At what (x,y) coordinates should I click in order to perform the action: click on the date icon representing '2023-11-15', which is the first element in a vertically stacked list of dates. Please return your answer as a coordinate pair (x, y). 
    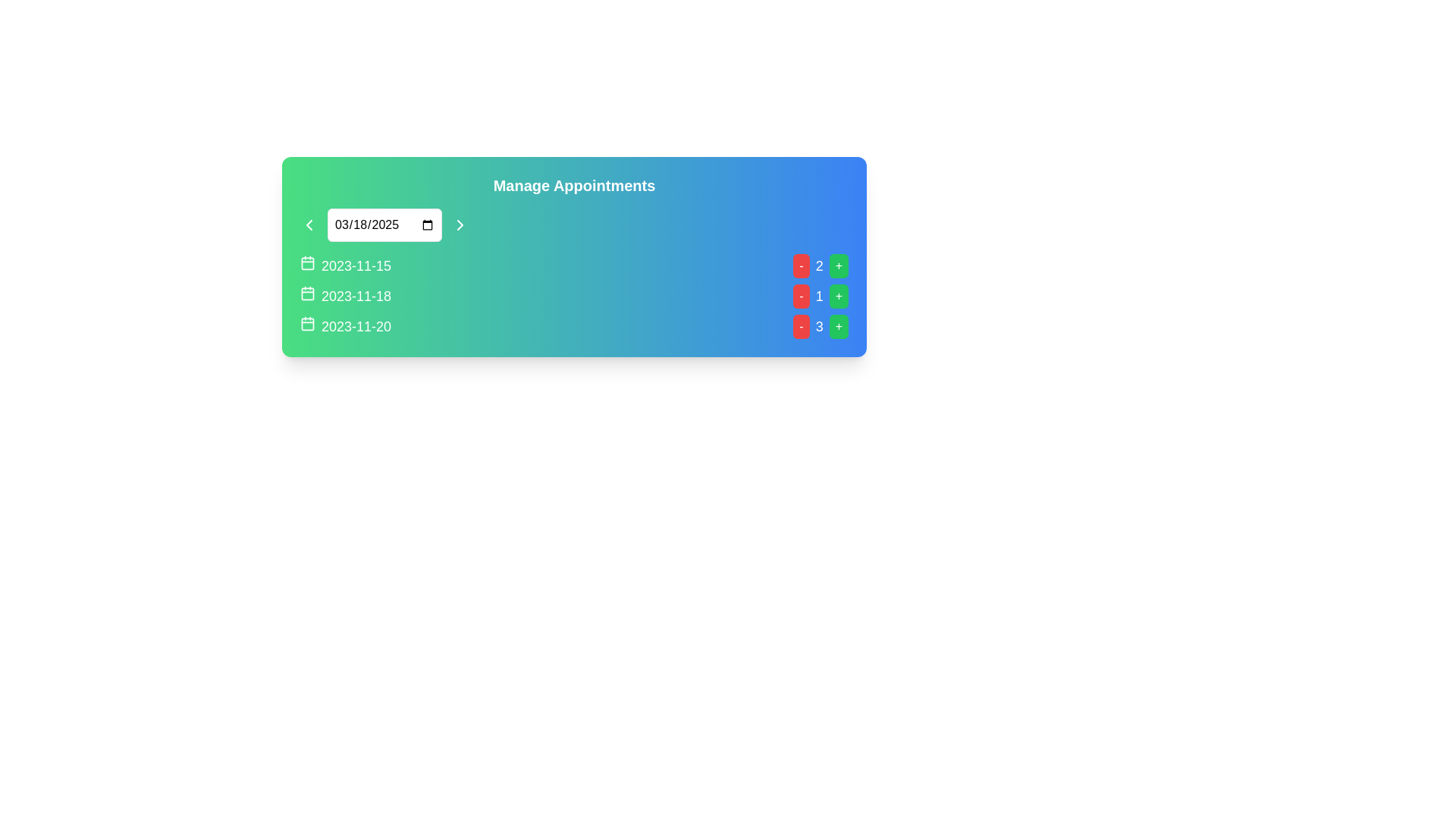
    Looking at the image, I should click on (307, 262).